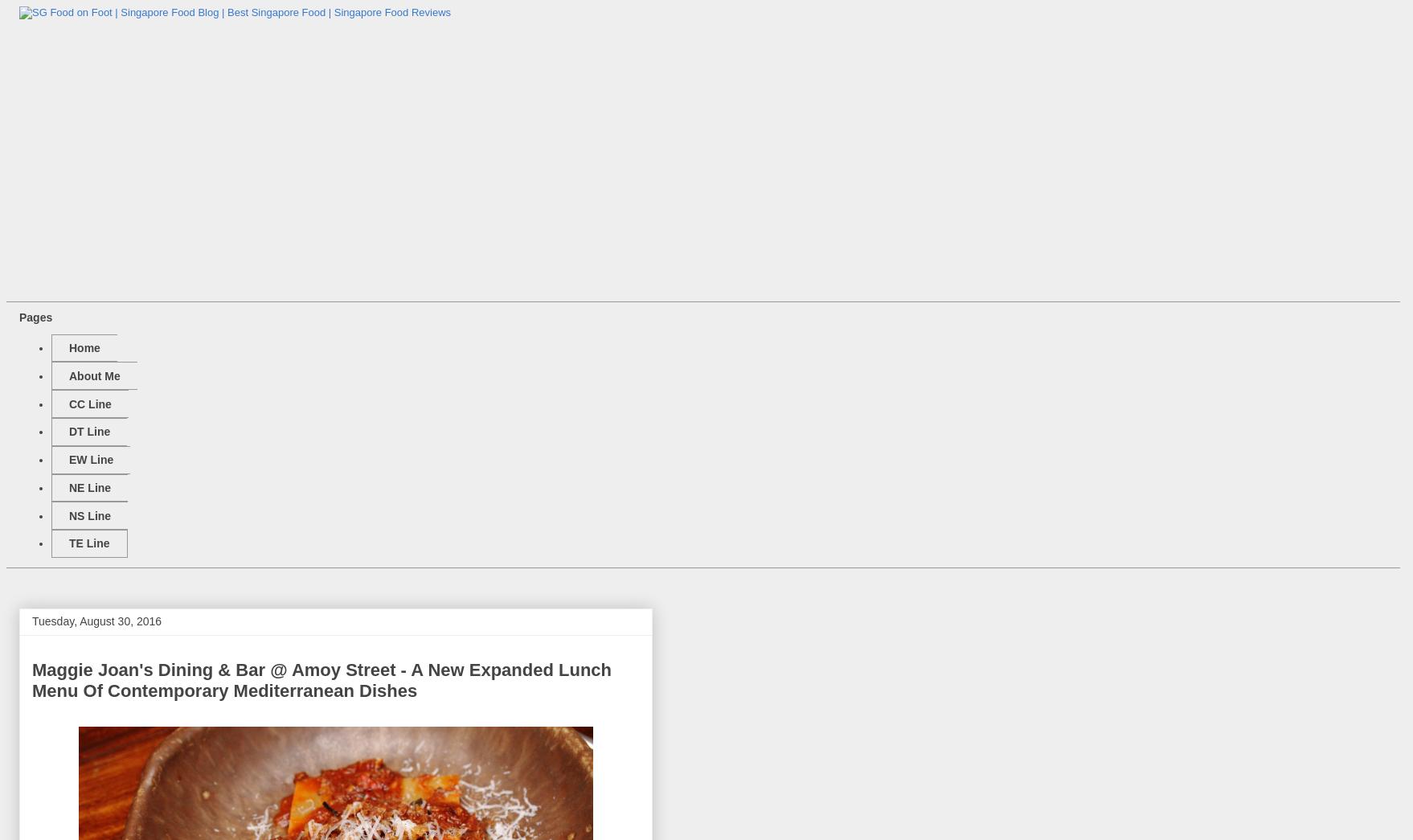  What do you see at coordinates (89, 515) in the screenshot?
I see `'NS Line'` at bounding box center [89, 515].